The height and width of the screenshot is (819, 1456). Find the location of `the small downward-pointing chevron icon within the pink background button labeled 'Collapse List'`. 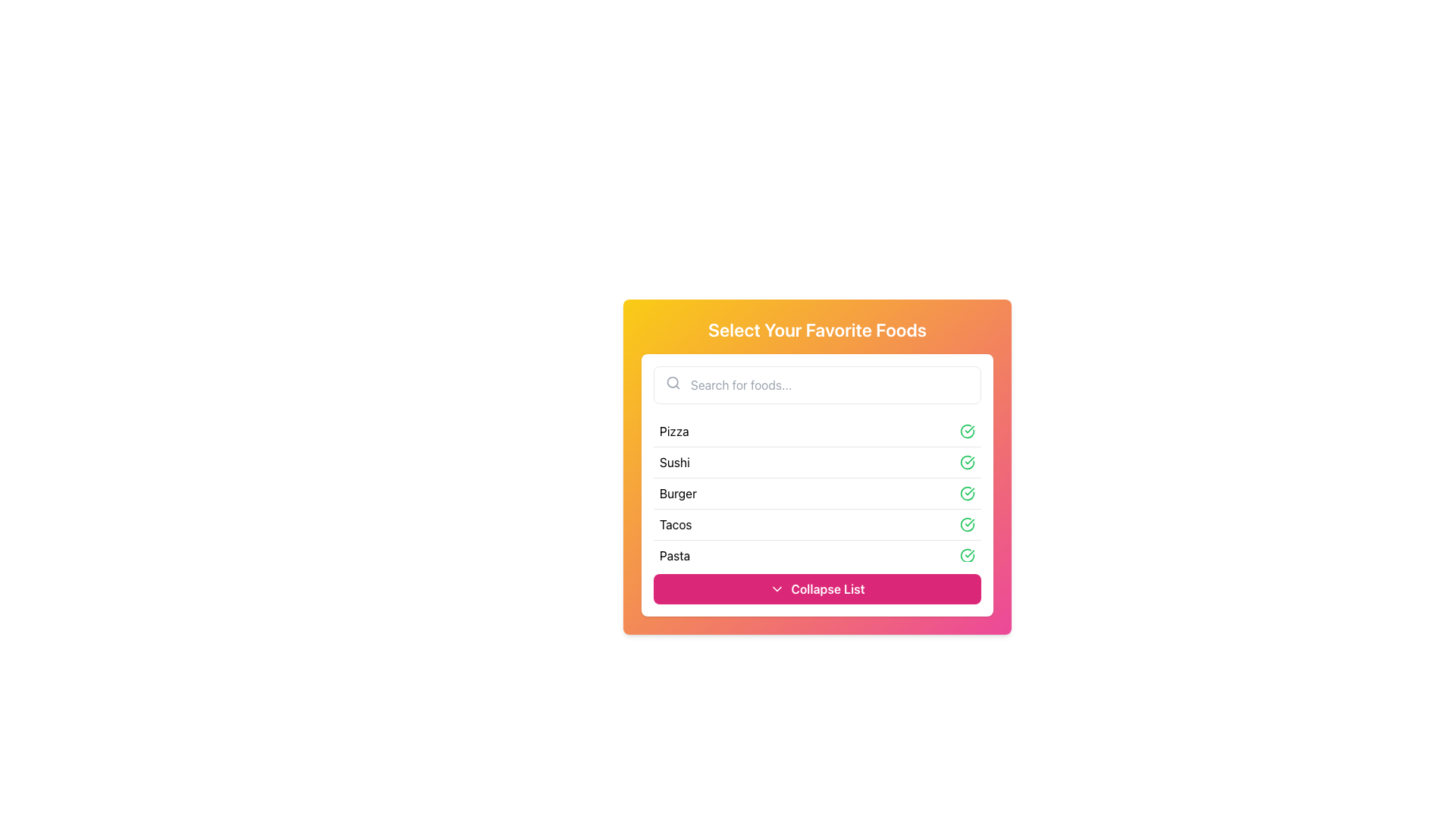

the small downward-pointing chevron icon within the pink background button labeled 'Collapse List' is located at coordinates (777, 588).